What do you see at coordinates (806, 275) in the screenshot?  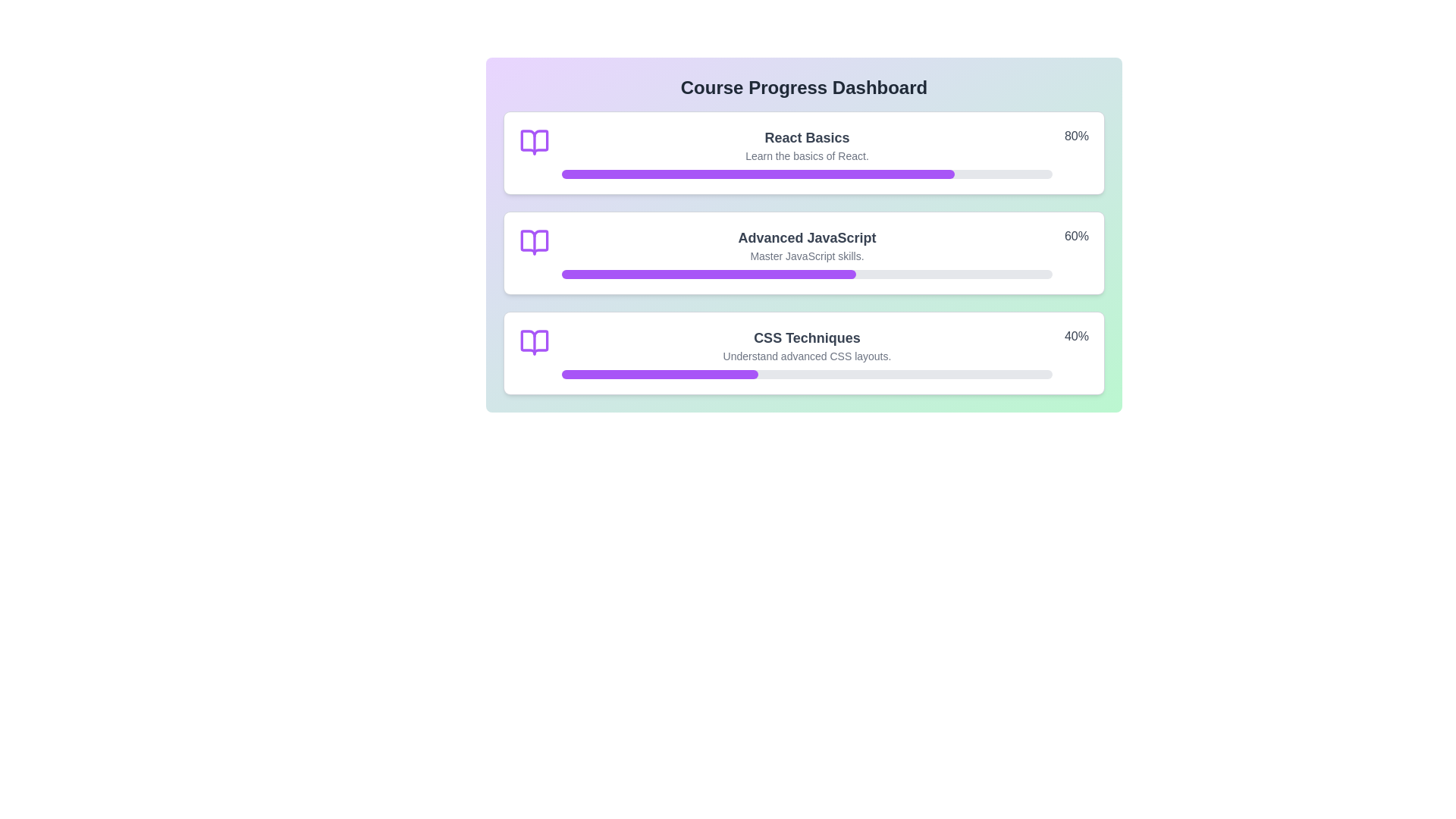 I see `the Horizontal Progress Bar indicating 60% completion of the 'Advanced JavaScript' course, located under 'Master JavaScript skills'` at bounding box center [806, 275].